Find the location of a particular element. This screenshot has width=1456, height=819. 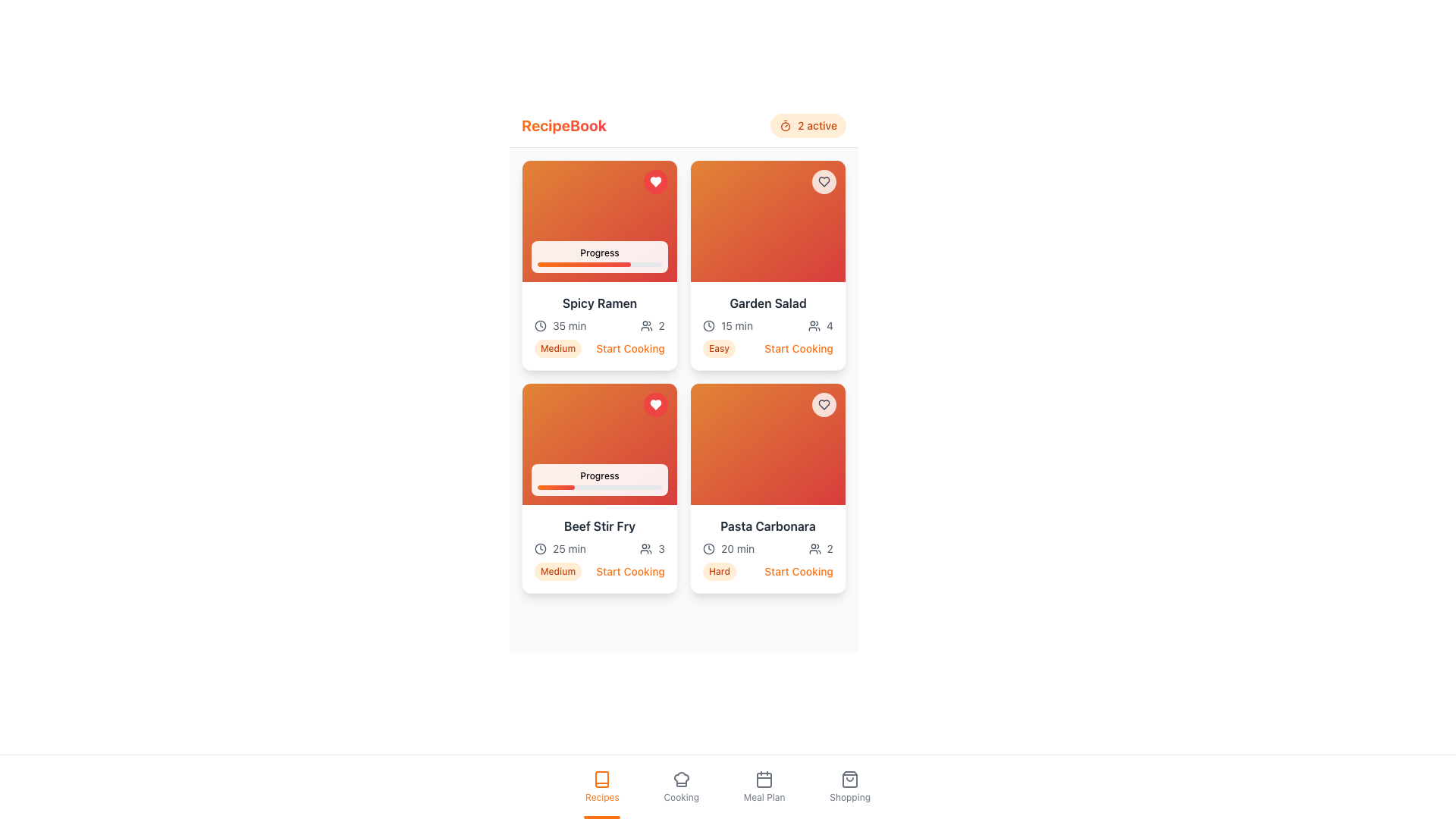

the user count icon located in the top-right quadrant of the 'Garden Salad' card, positioned next to the number '4' is located at coordinates (814, 325).